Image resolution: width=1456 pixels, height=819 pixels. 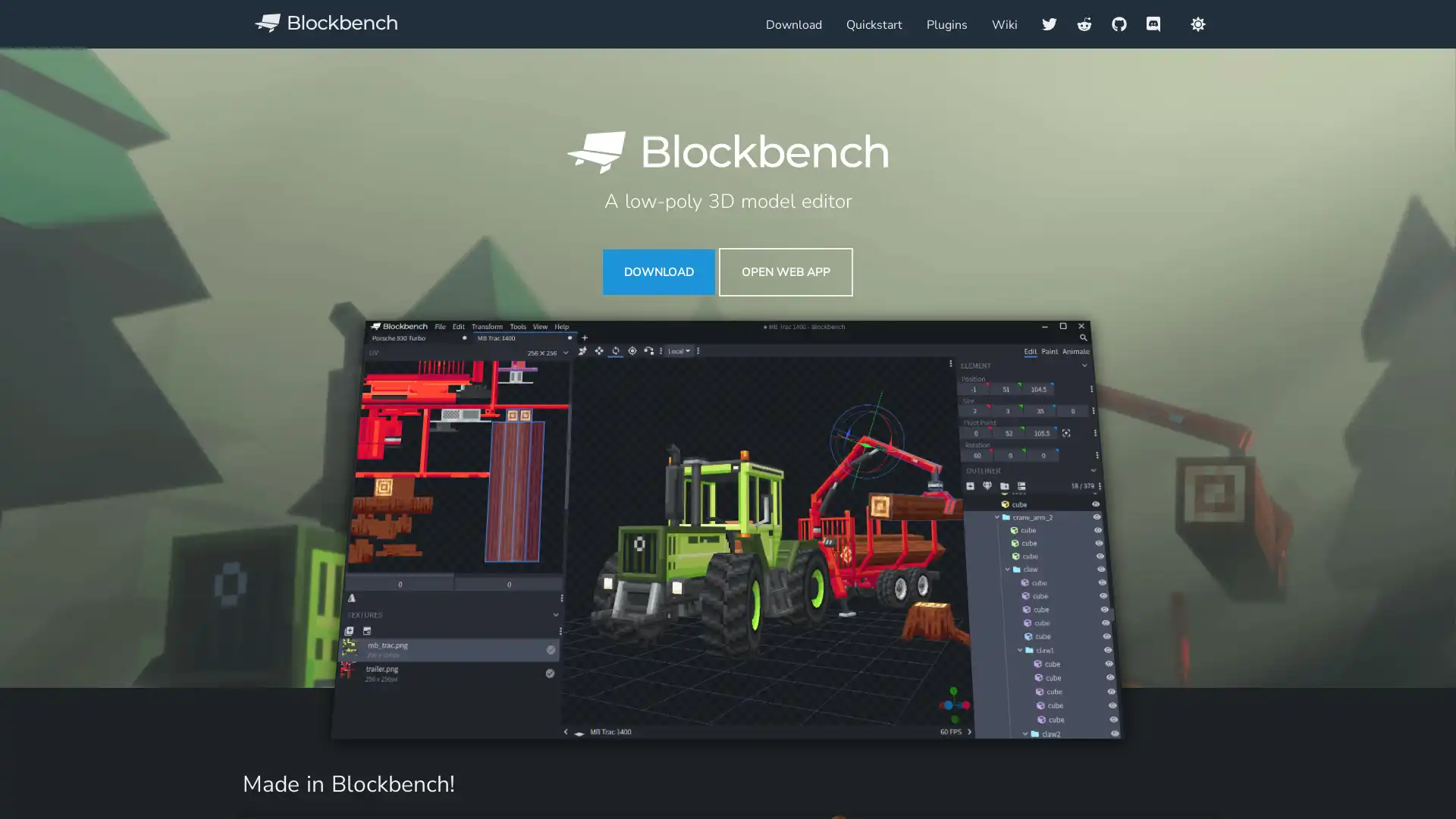 What do you see at coordinates (658, 271) in the screenshot?
I see `DOWNLOAD` at bounding box center [658, 271].